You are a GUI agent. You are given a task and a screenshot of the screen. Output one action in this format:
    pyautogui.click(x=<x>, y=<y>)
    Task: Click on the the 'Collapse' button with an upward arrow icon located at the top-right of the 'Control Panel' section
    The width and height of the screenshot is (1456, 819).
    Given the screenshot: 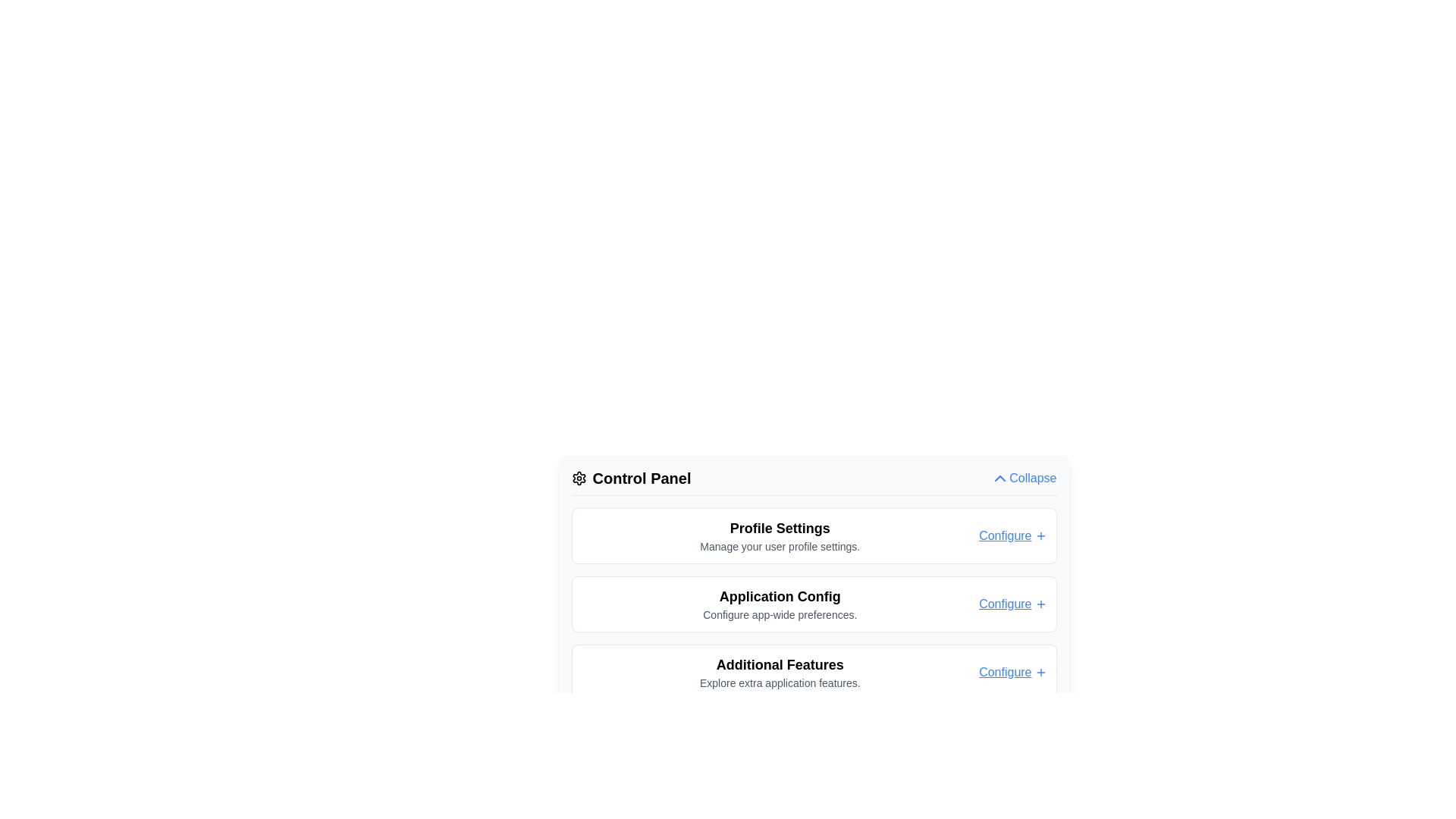 What is the action you would take?
    pyautogui.click(x=1023, y=479)
    